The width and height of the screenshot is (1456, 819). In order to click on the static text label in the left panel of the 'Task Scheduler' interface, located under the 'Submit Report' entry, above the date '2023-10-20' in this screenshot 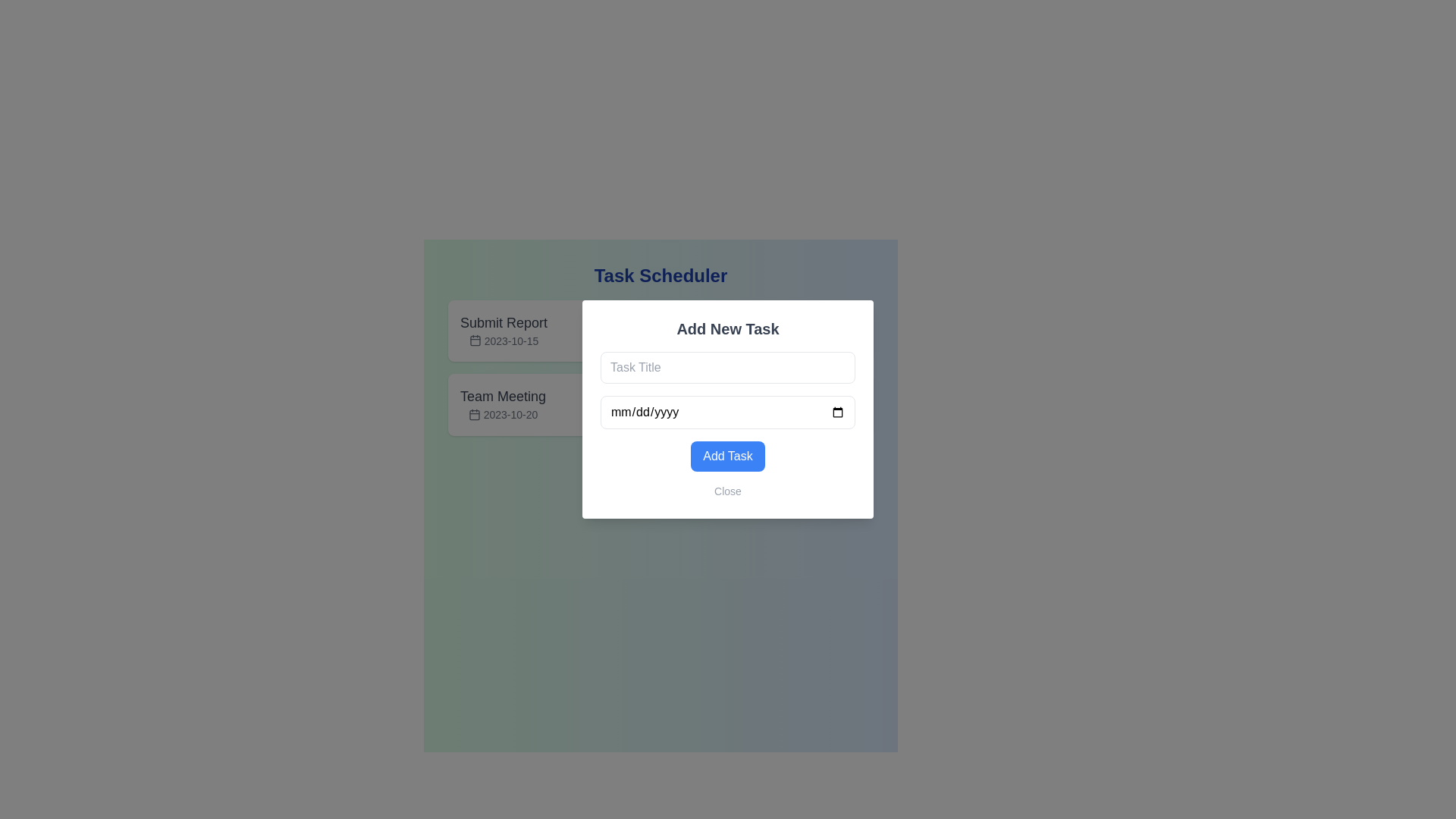, I will do `click(503, 396)`.